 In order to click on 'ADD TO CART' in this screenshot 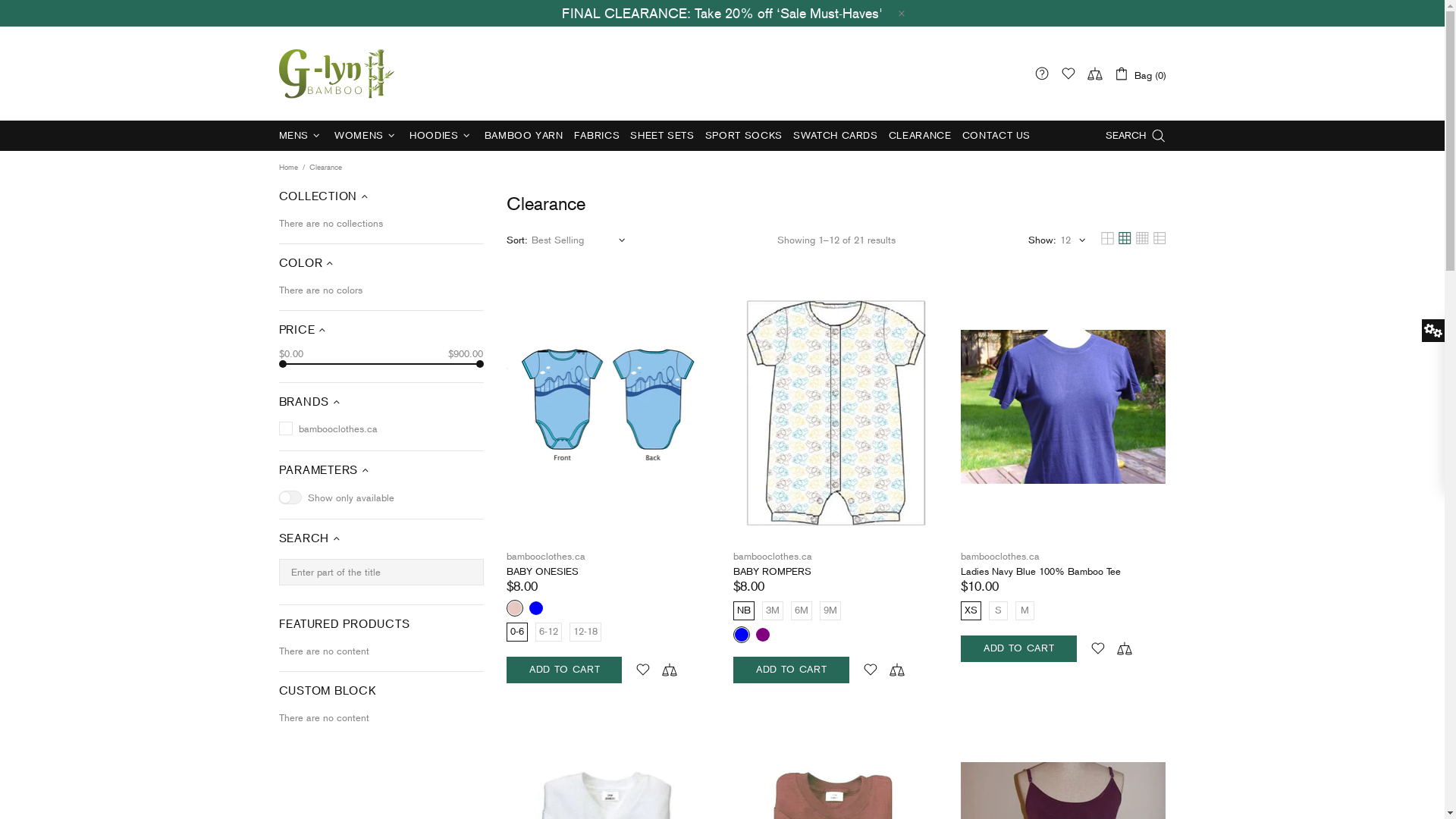, I will do `click(563, 669)`.